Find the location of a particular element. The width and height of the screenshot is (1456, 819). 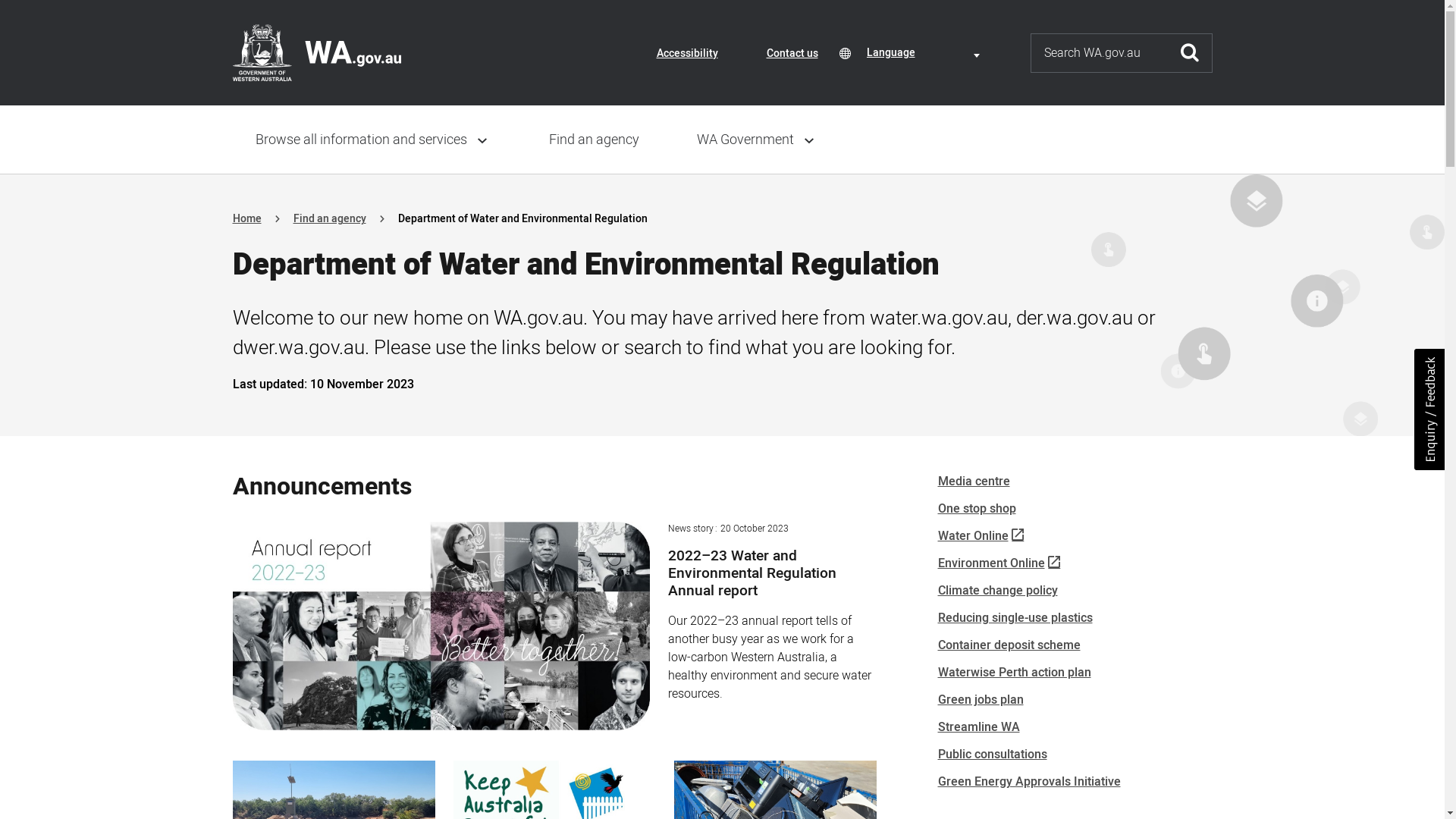

'Waterwise Perth action plan' is located at coordinates (1014, 672).